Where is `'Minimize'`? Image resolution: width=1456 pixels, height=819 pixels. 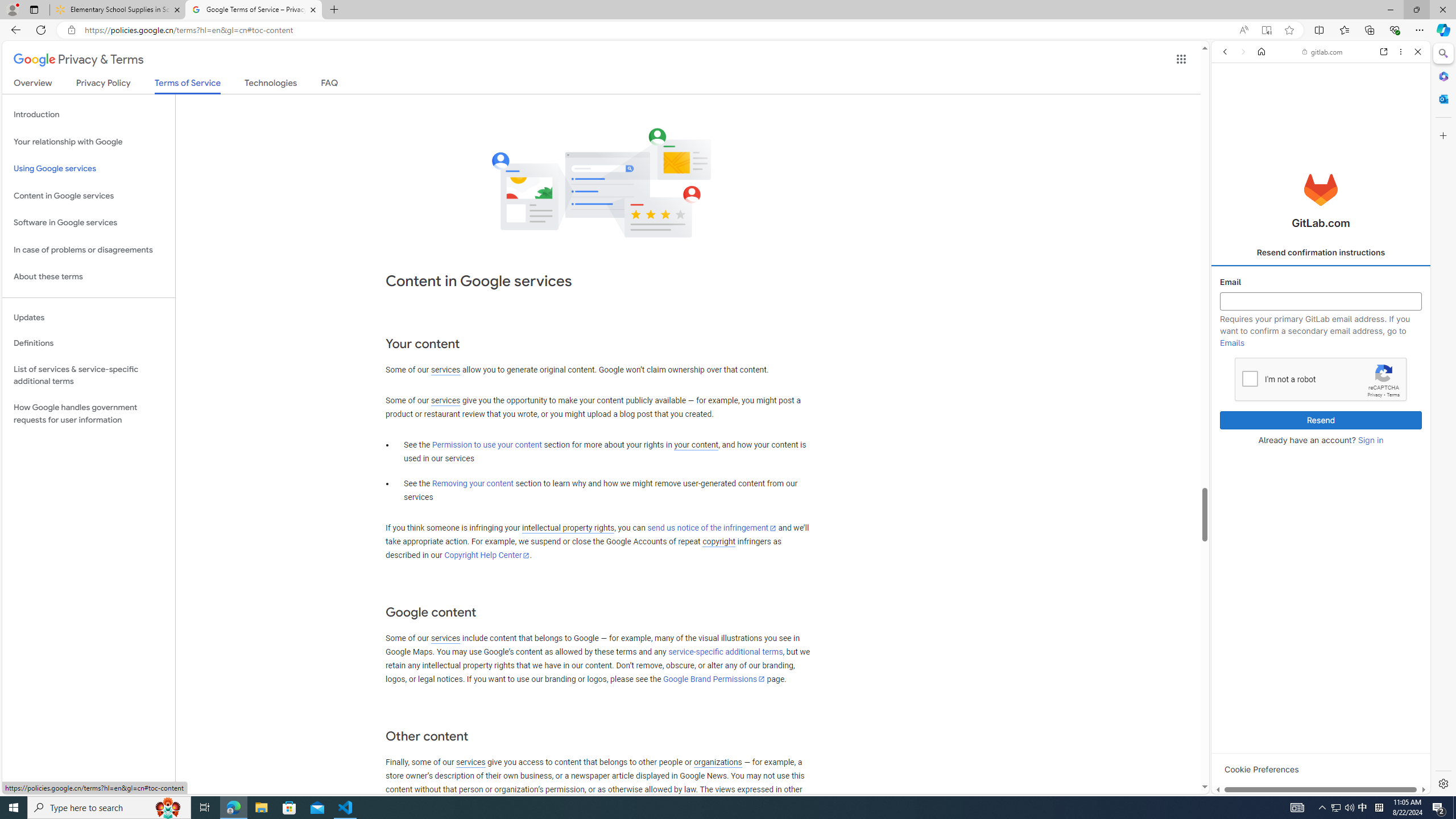
'Minimize' is located at coordinates (1389, 9).